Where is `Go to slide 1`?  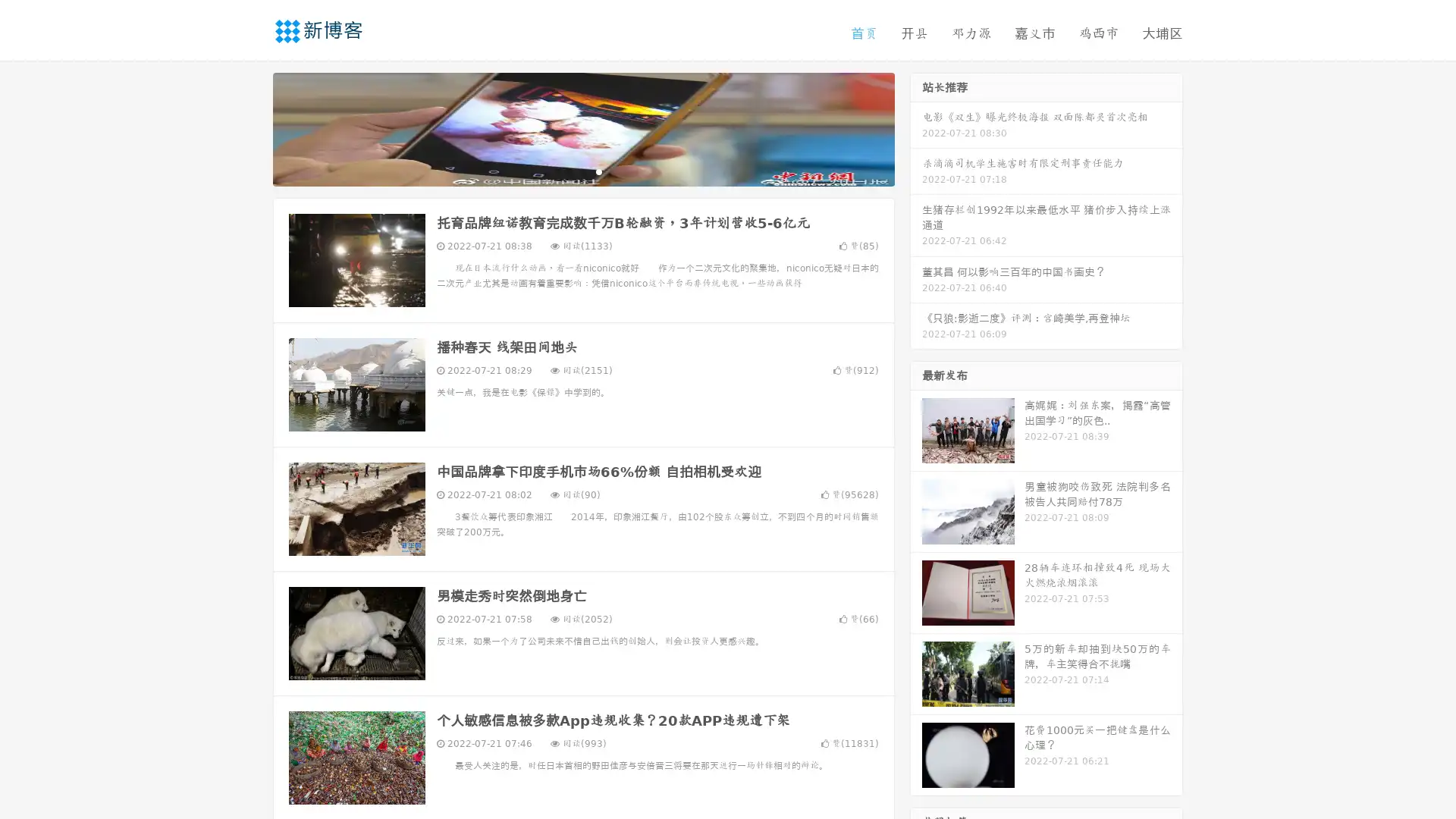 Go to slide 1 is located at coordinates (567, 171).